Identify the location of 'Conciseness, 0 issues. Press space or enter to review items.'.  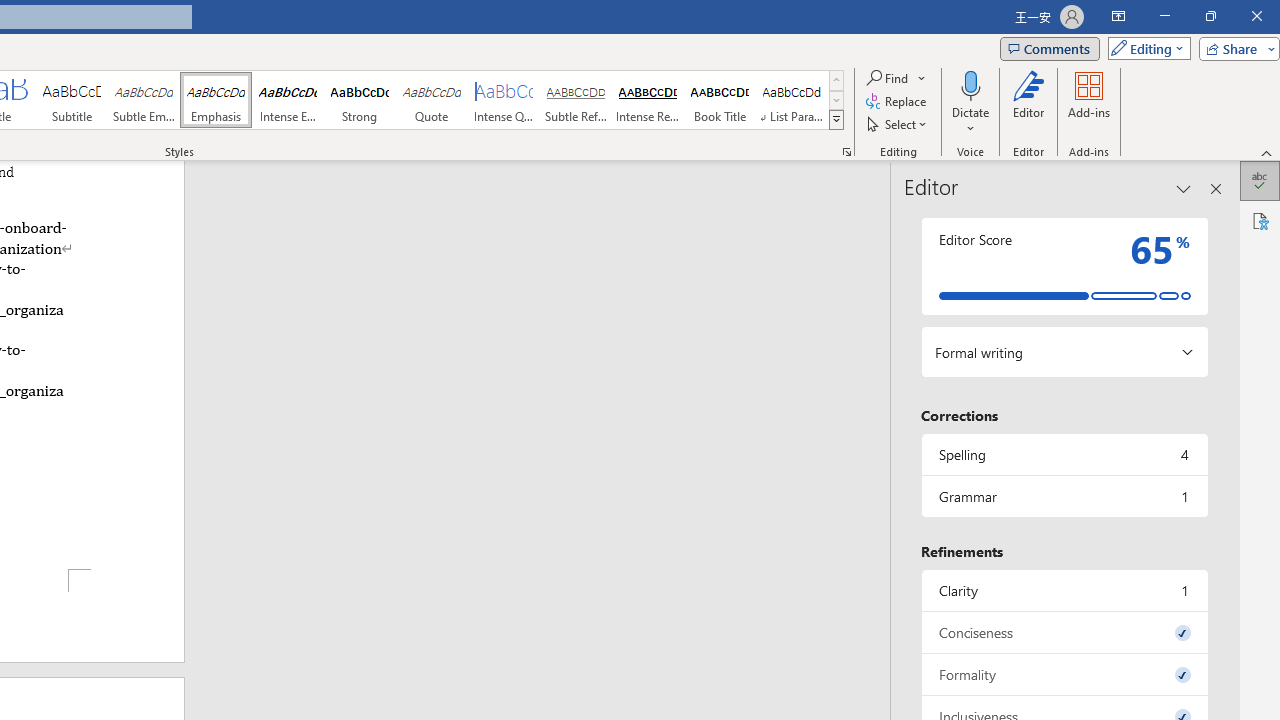
(1063, 632).